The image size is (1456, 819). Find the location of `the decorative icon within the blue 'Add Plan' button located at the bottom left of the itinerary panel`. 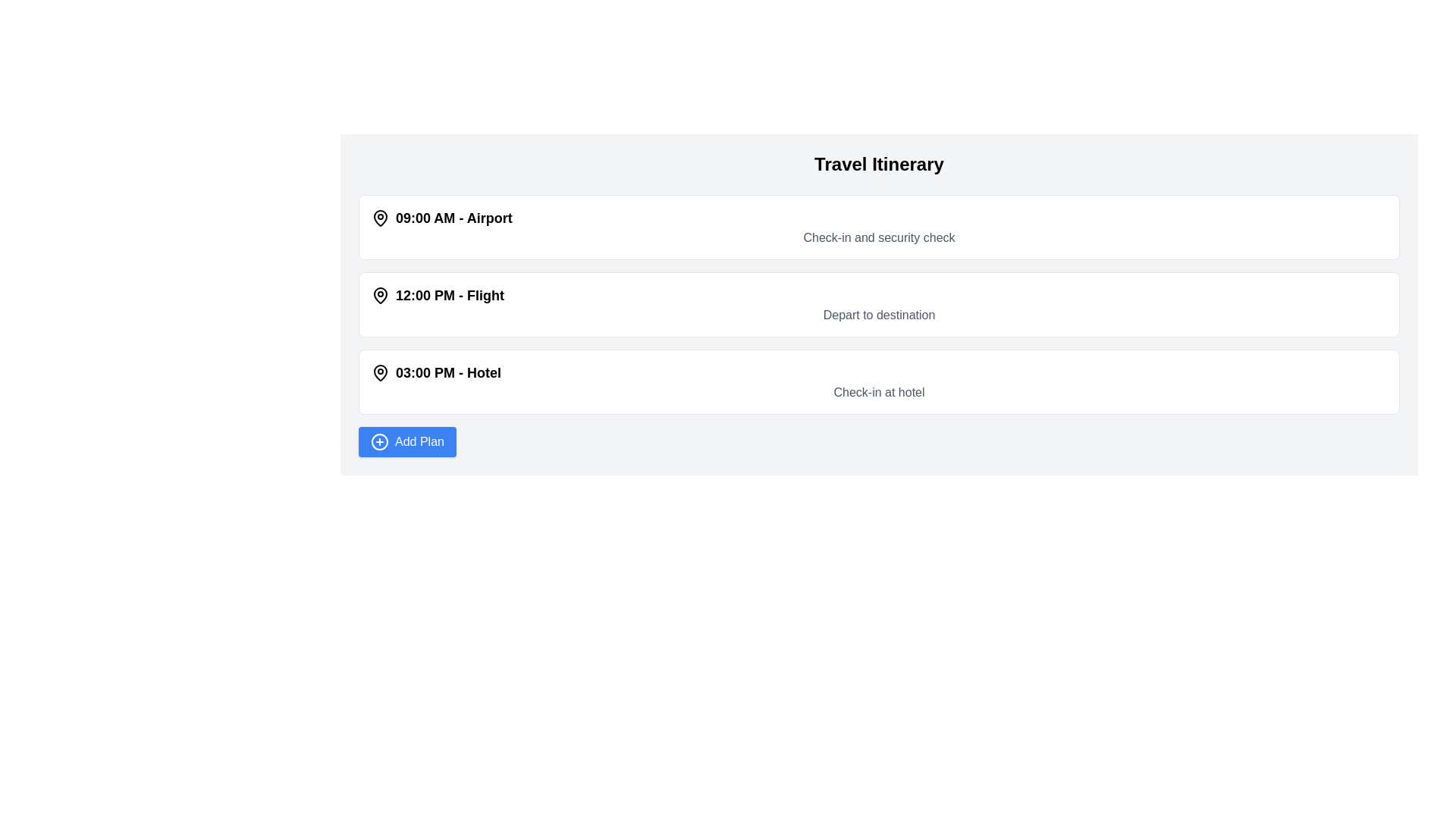

the decorative icon within the blue 'Add Plan' button located at the bottom left of the itinerary panel is located at coordinates (379, 441).